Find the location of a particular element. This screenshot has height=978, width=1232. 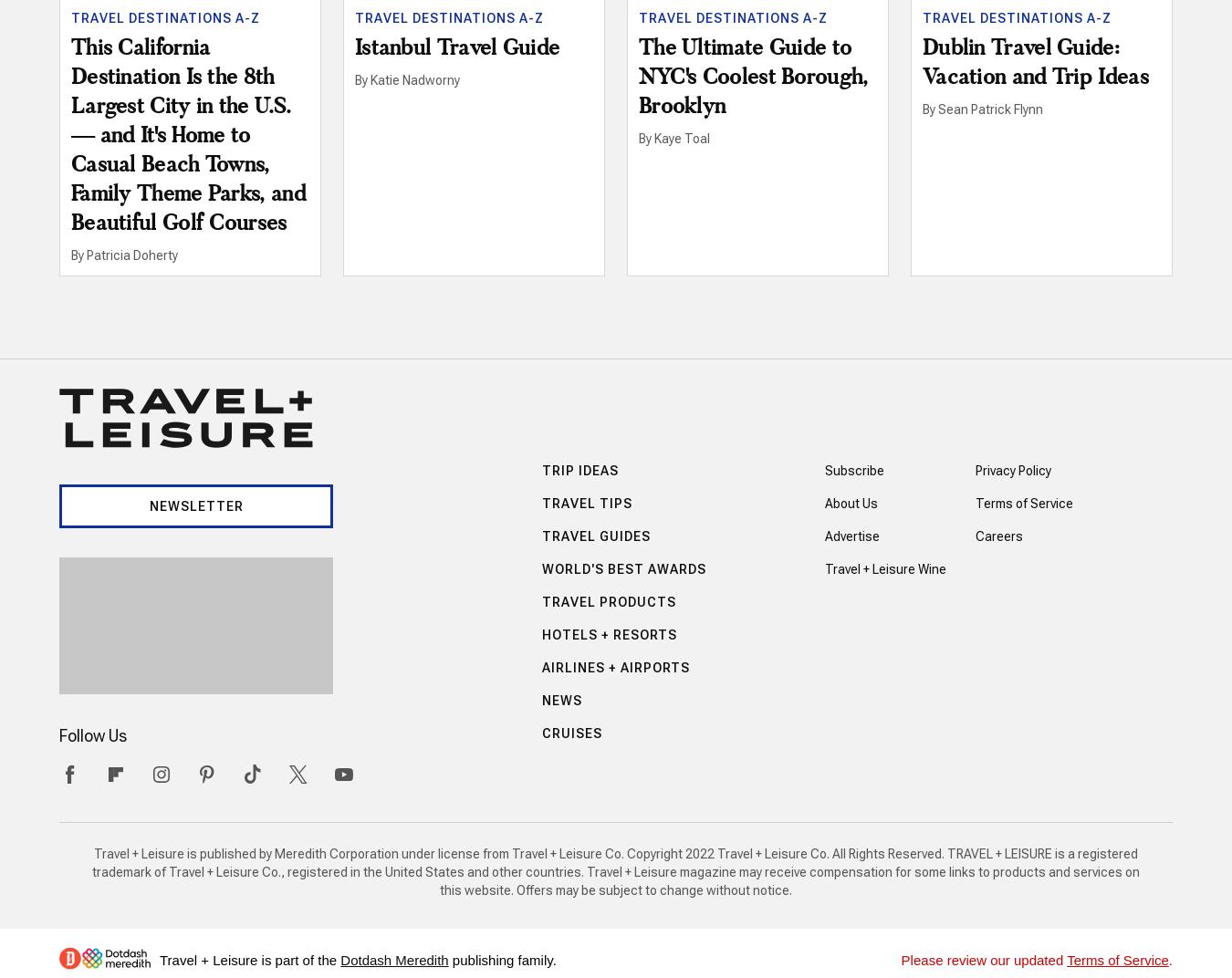

'Travel + Leisure is part of the' is located at coordinates (249, 959).